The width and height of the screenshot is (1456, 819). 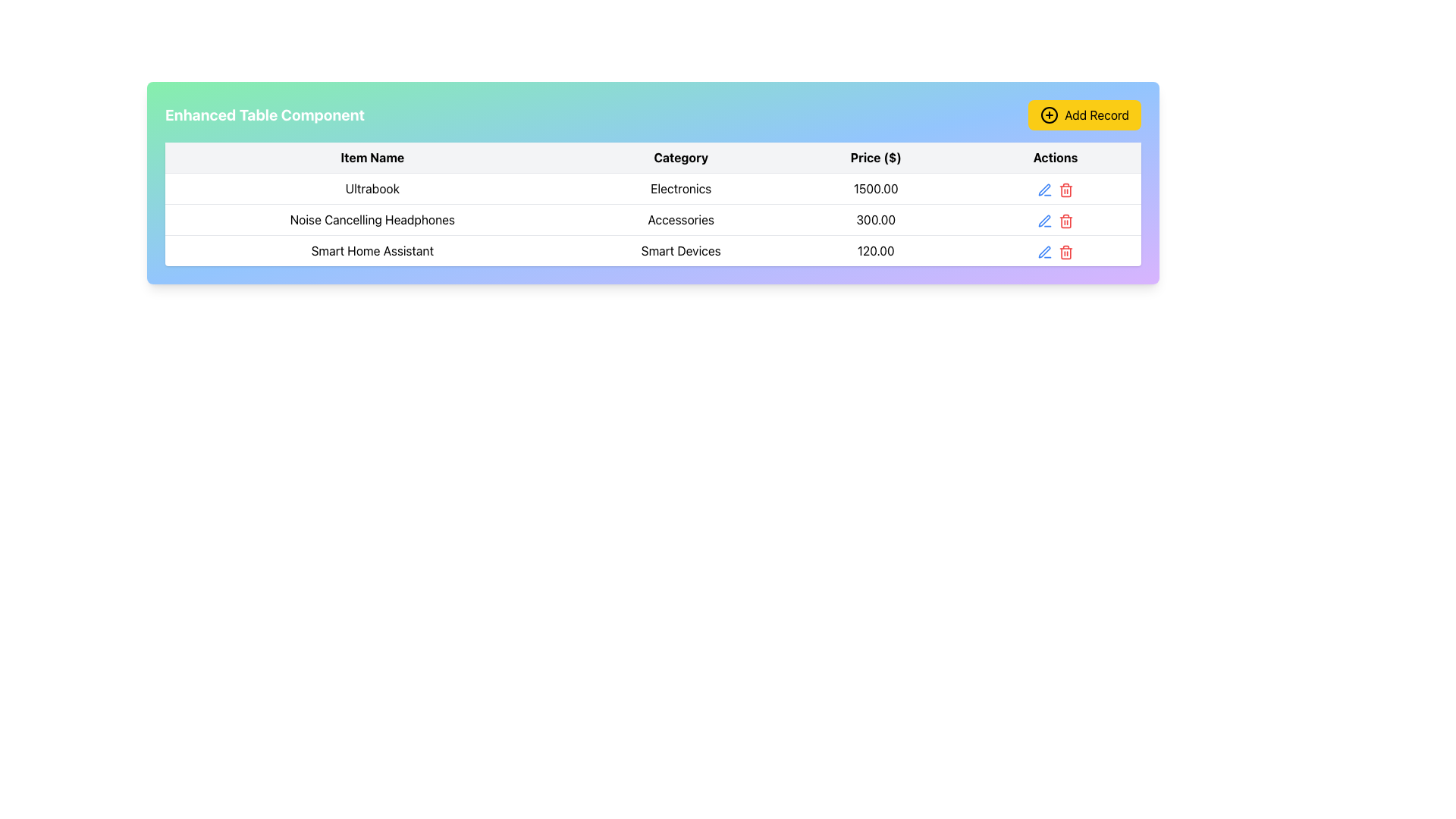 I want to click on the text element displaying '120.00' in the 'Price ($)' column of the third row in the table, which corresponds to the 'Smart Home Assistant' item, so click(x=876, y=249).